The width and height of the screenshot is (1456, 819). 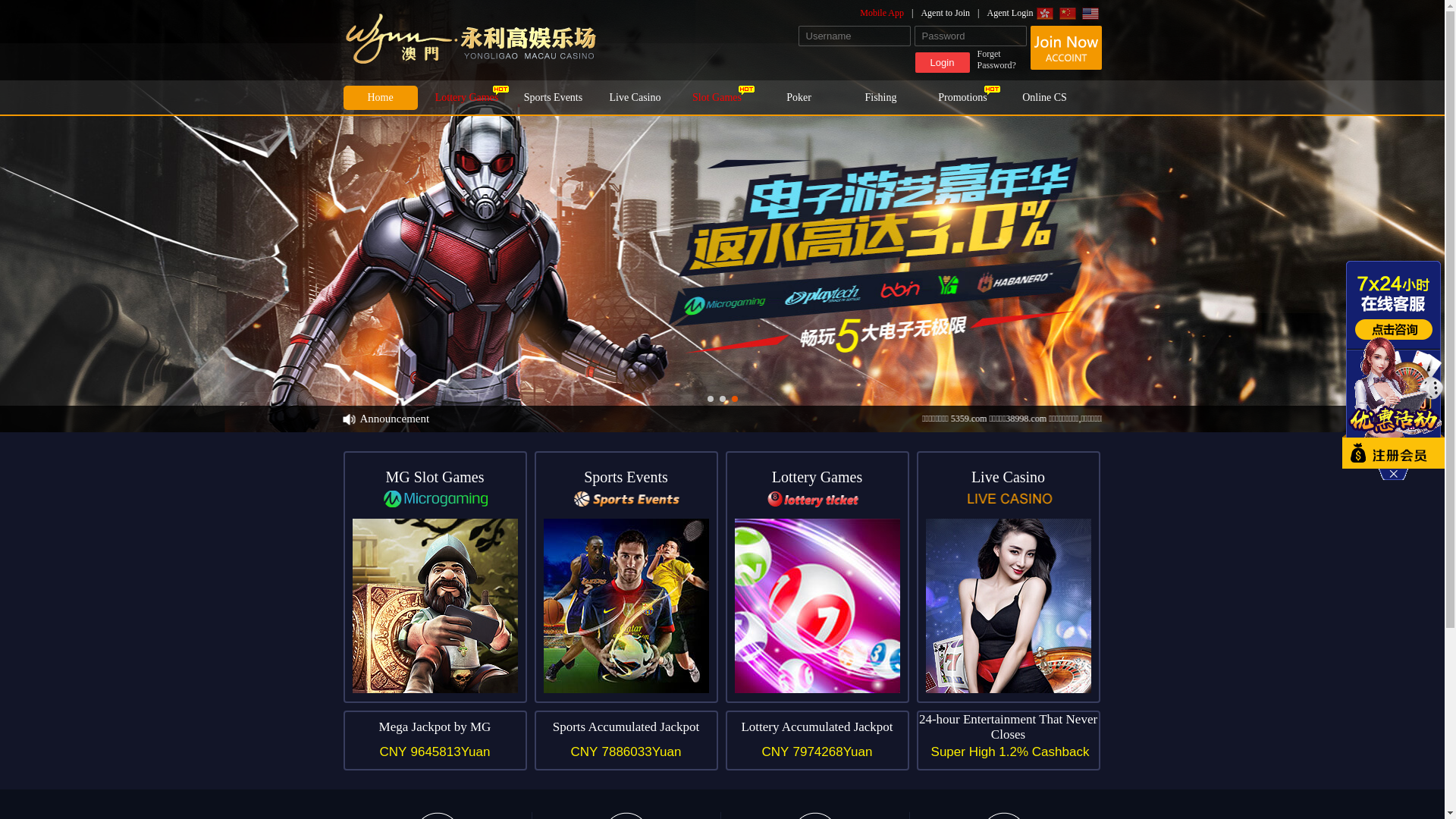 What do you see at coordinates (379, 97) in the screenshot?
I see `'Home'` at bounding box center [379, 97].